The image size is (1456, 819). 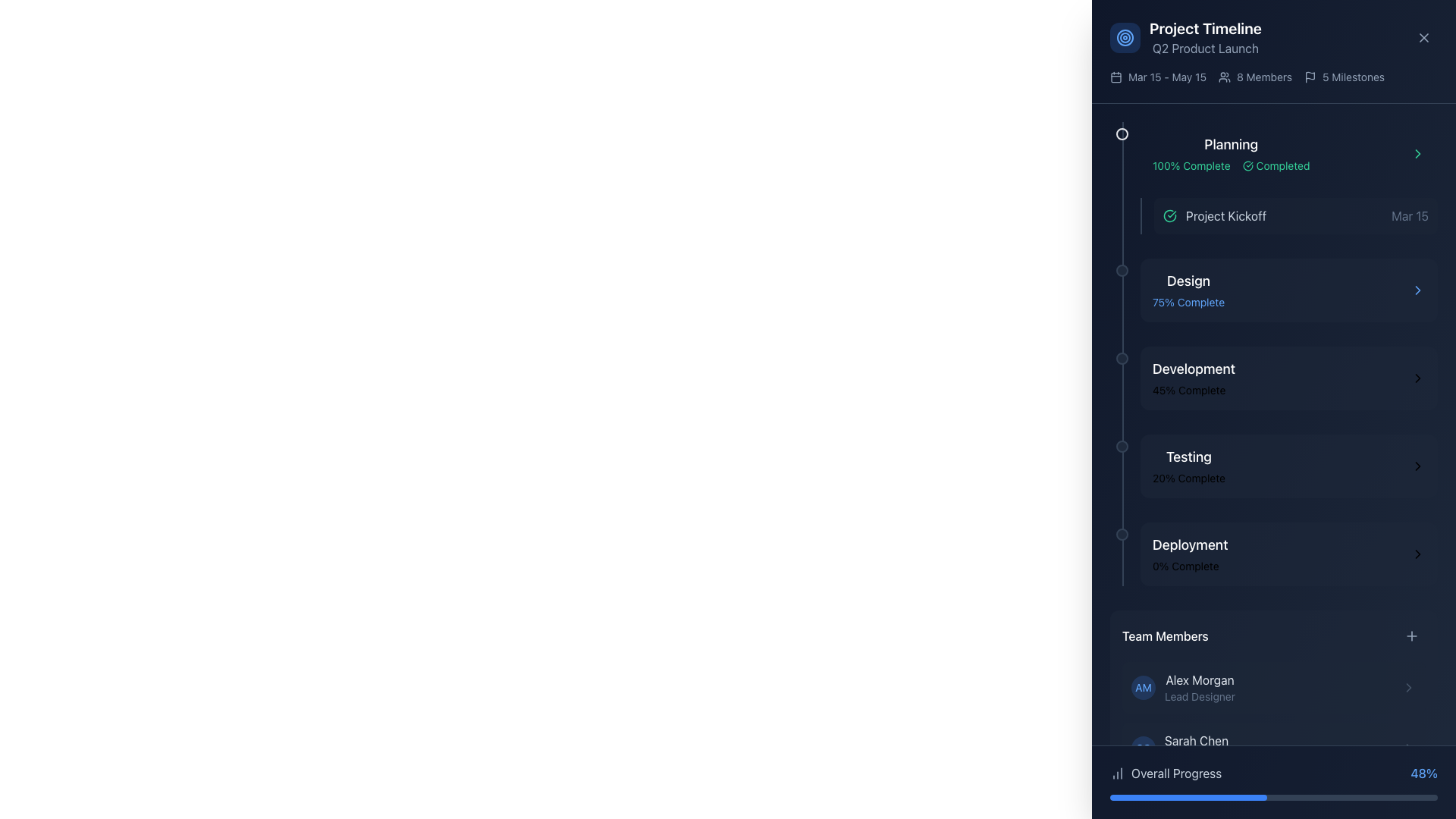 I want to click on the 'Overall Progress' static label with an accompanying bar chart icon, located at the bottom left of the interface, so click(x=1165, y=773).